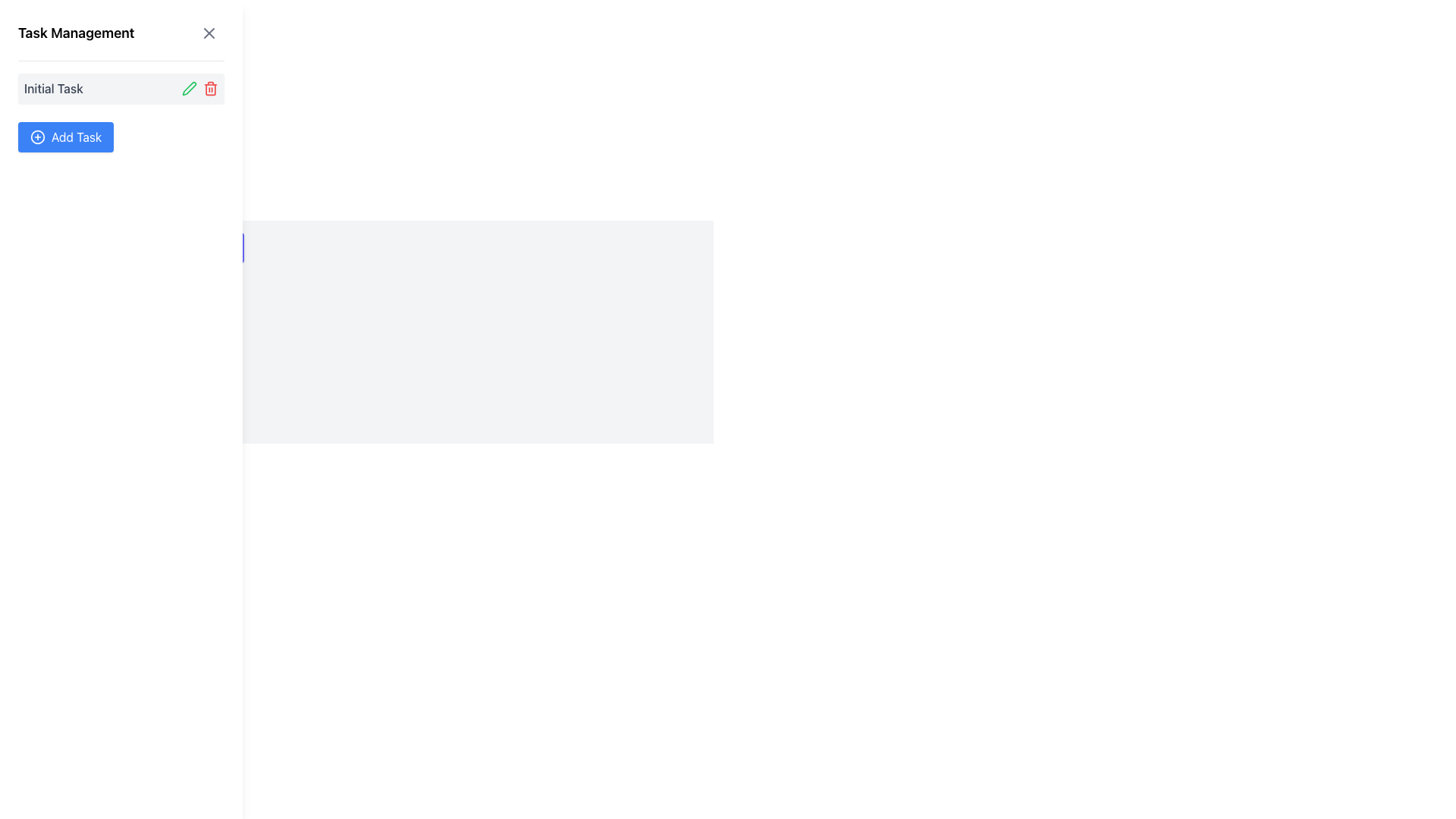  Describe the element at coordinates (208, 33) in the screenshot. I see `the 'X' icon in the top-right corner of the 'Task Management' sidebar` at that location.